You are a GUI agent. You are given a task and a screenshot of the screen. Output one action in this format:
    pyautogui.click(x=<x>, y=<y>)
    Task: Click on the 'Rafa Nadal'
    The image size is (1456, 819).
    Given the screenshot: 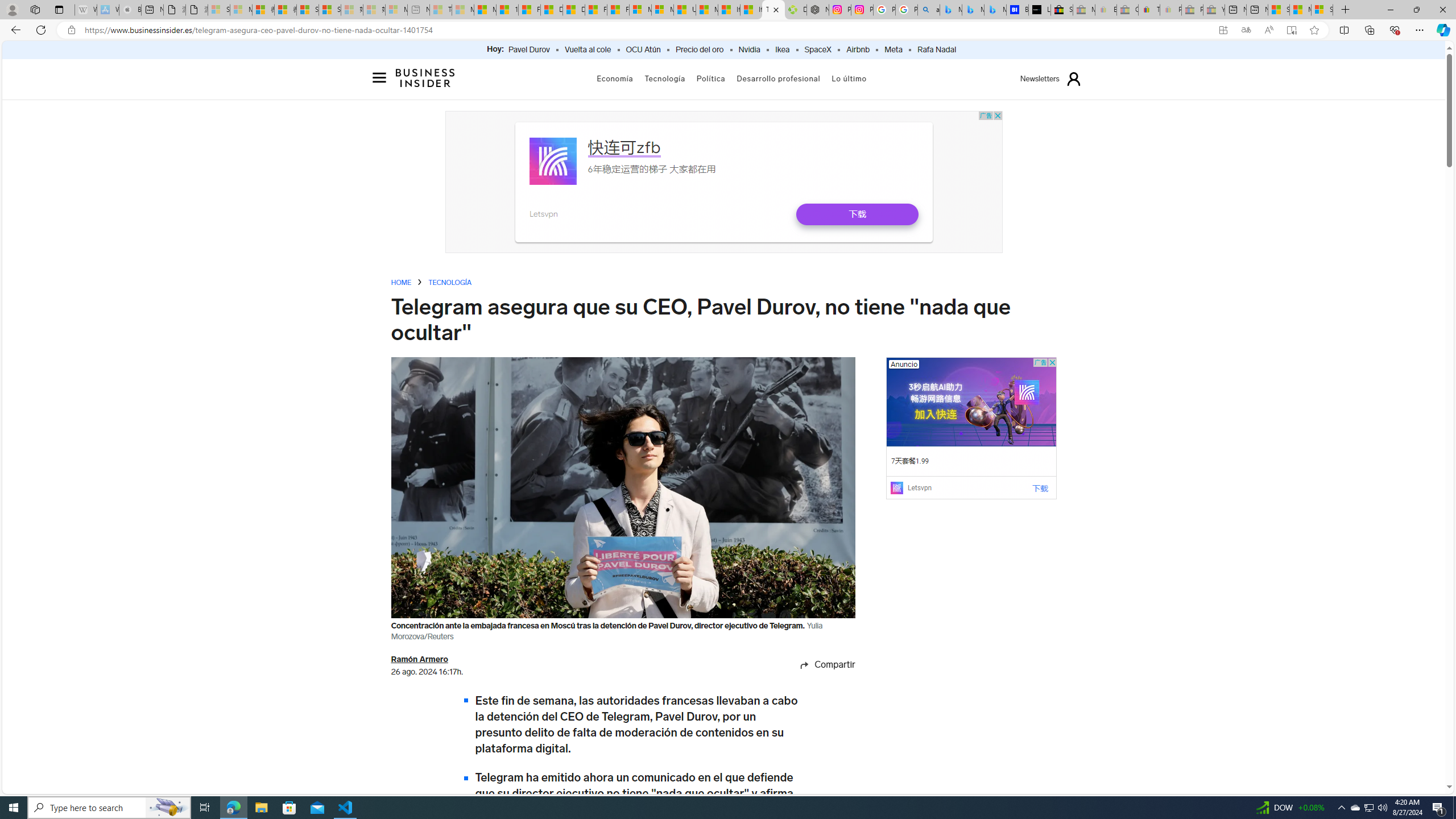 What is the action you would take?
    pyautogui.click(x=936, y=49)
    